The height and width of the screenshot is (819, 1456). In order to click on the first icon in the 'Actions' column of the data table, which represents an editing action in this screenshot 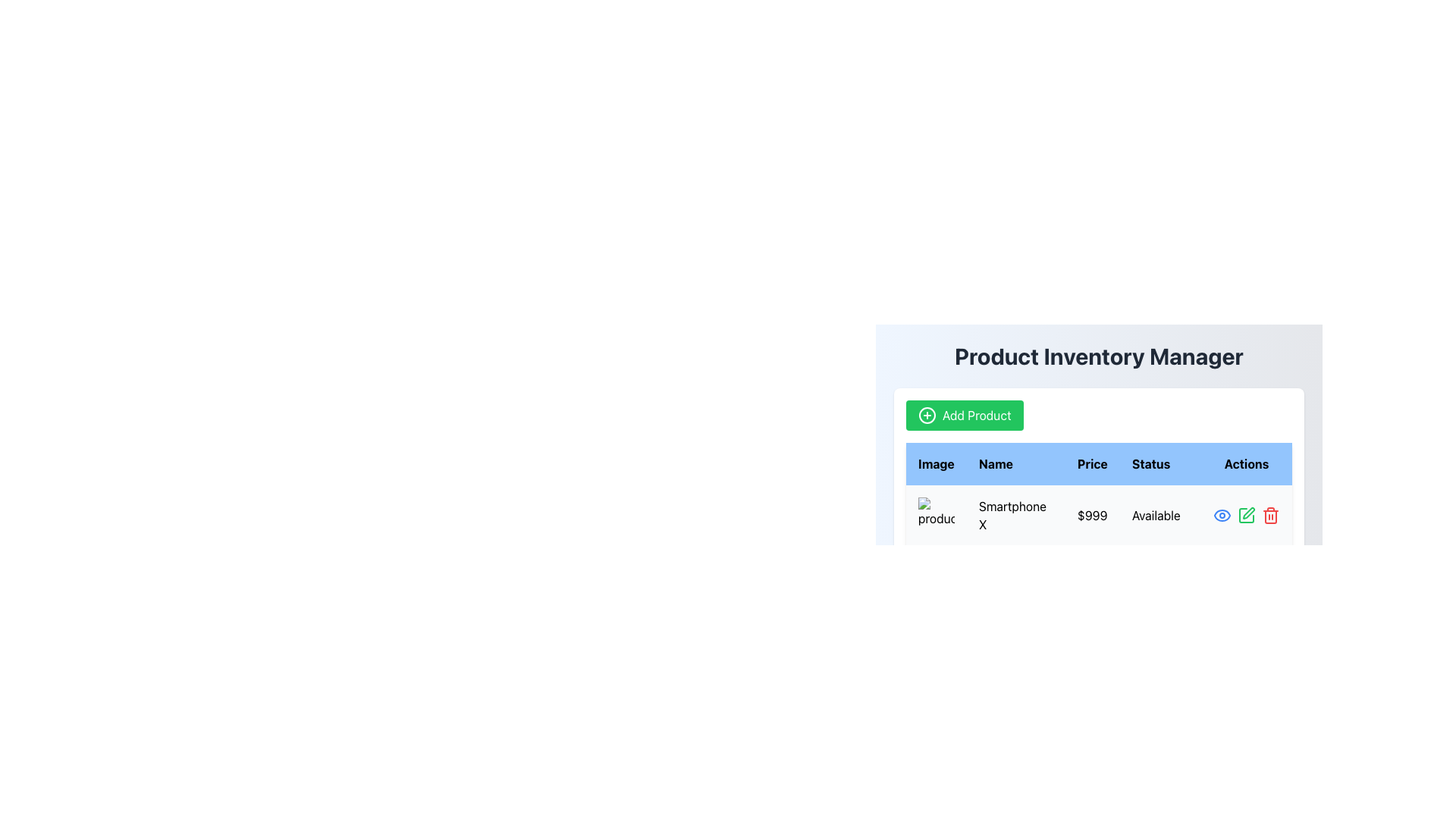, I will do `click(1246, 514)`.